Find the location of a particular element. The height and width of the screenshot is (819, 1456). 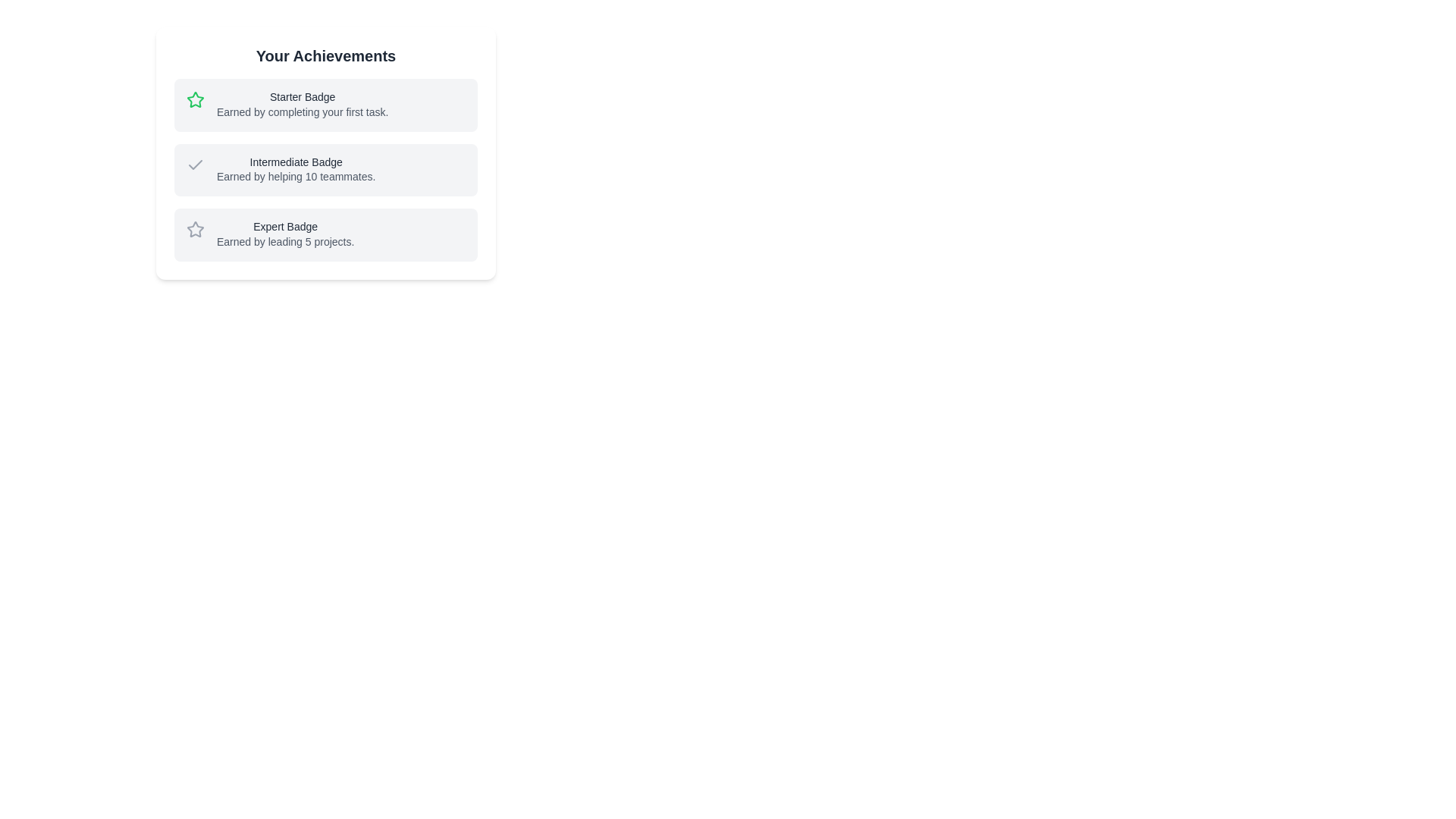

the text label that displays 'Earned by leading 5 projects.' which is styled in a small, gray font and is located under the title 'Expert Badge' is located at coordinates (285, 240).